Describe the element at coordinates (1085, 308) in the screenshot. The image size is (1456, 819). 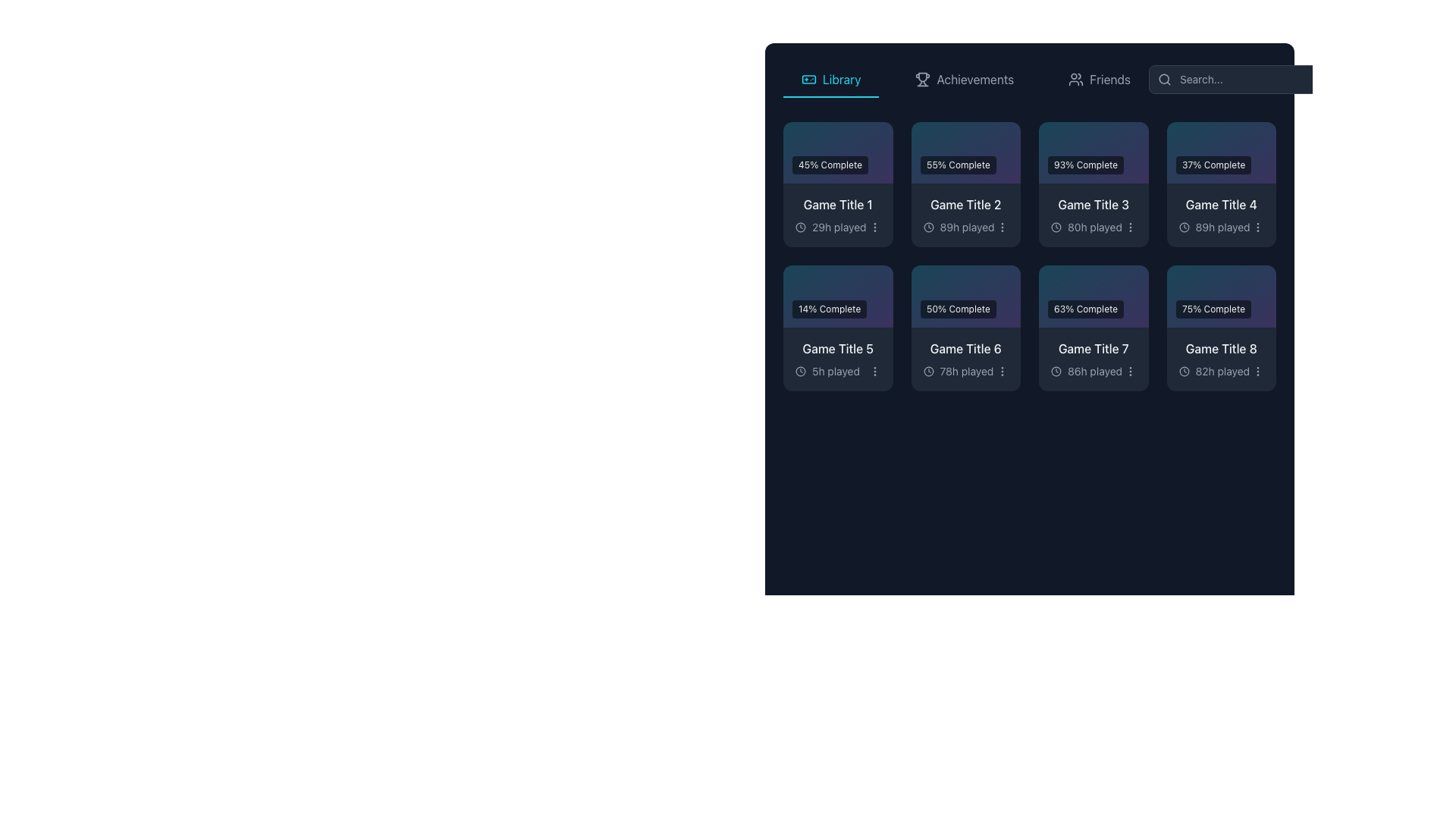
I see `the text indicator displaying the progress percentage for 'Game Title 7', located in the bottom-left corner of its card in the Library section` at that location.